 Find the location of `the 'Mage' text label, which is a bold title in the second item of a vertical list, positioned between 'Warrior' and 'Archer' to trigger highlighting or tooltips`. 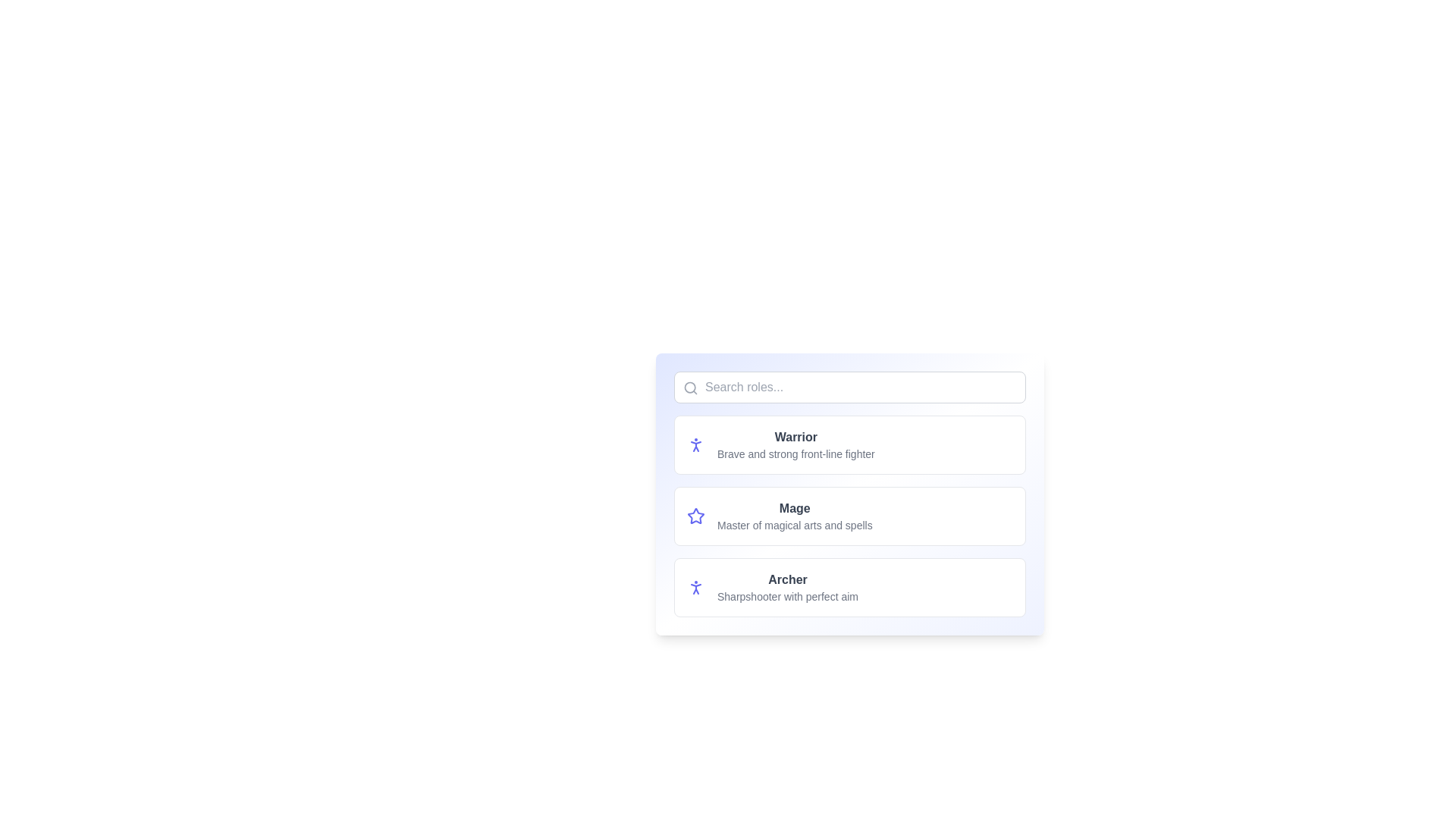

the 'Mage' text label, which is a bold title in the second item of a vertical list, positioned between 'Warrior' and 'Archer' to trigger highlighting or tooltips is located at coordinates (794, 509).